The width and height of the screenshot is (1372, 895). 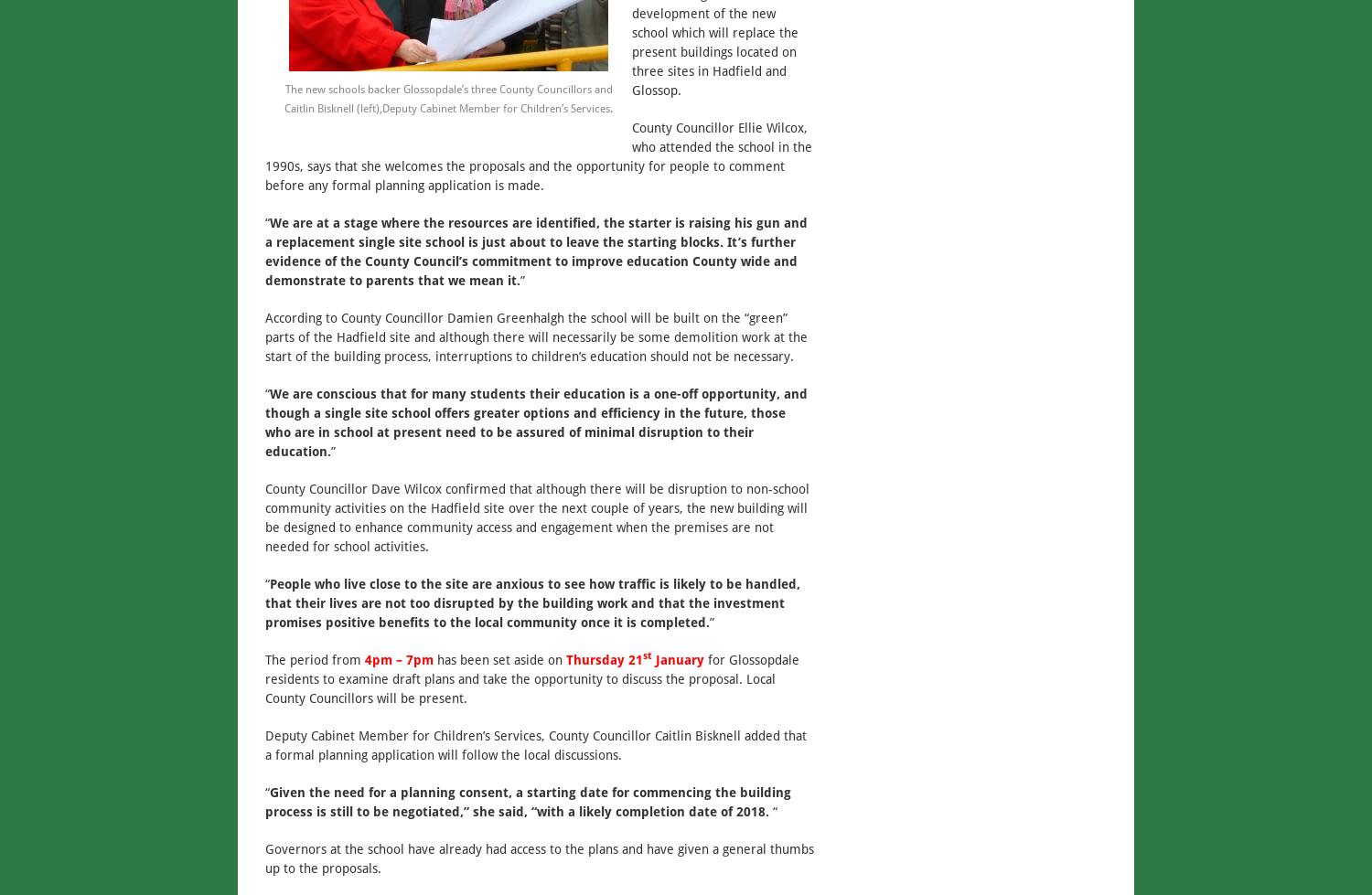 What do you see at coordinates (538, 155) in the screenshot?
I see `'County Councillor Ellie Wilcox, who attended the school in the 1990s, says that she welcomes the proposals and the opportunity for people to comment before any formal planning application is made.'` at bounding box center [538, 155].